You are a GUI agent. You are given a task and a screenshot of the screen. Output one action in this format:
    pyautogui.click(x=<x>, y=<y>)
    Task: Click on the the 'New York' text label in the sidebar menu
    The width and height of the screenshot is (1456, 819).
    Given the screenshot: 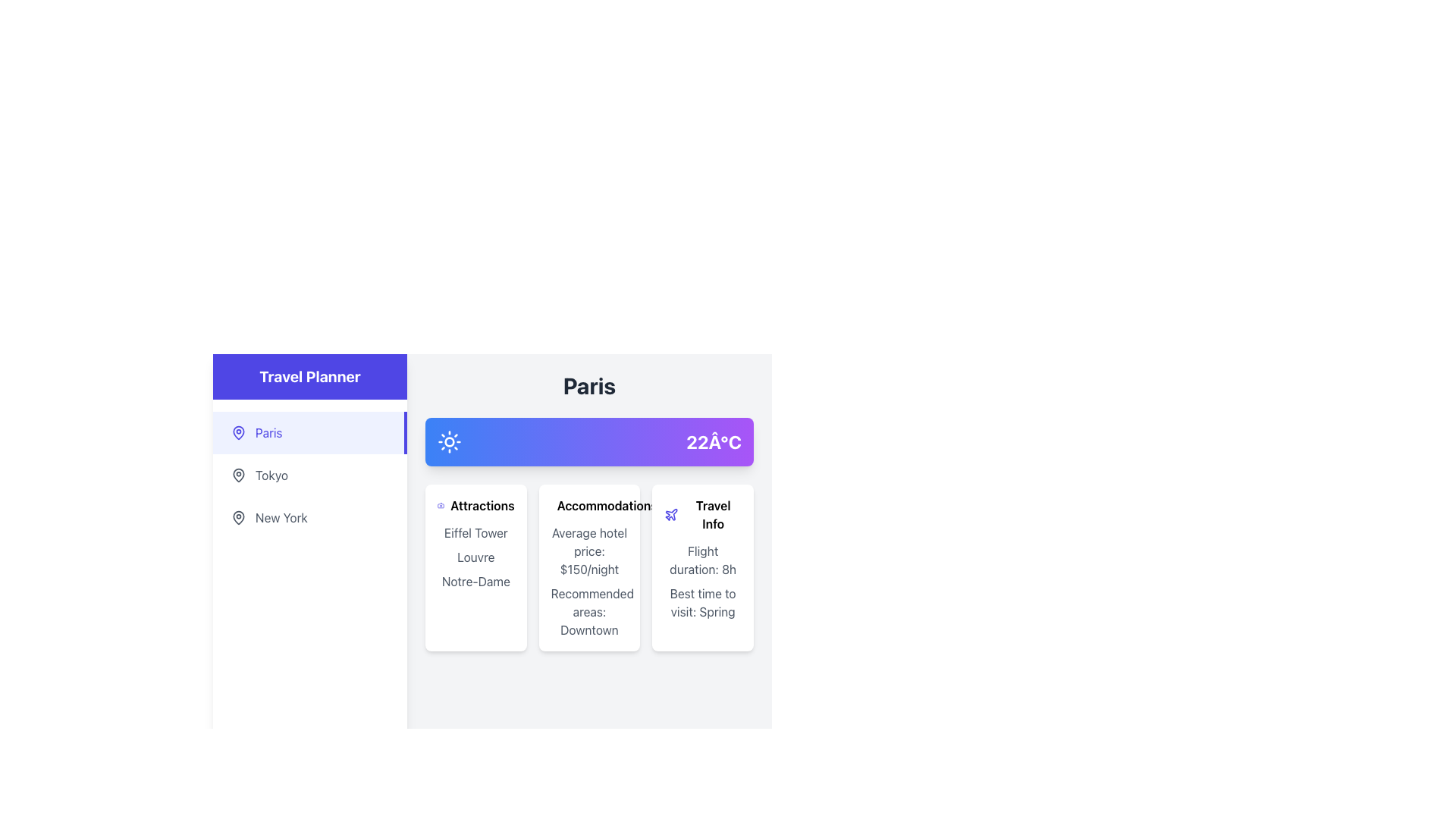 What is the action you would take?
    pyautogui.click(x=281, y=516)
    